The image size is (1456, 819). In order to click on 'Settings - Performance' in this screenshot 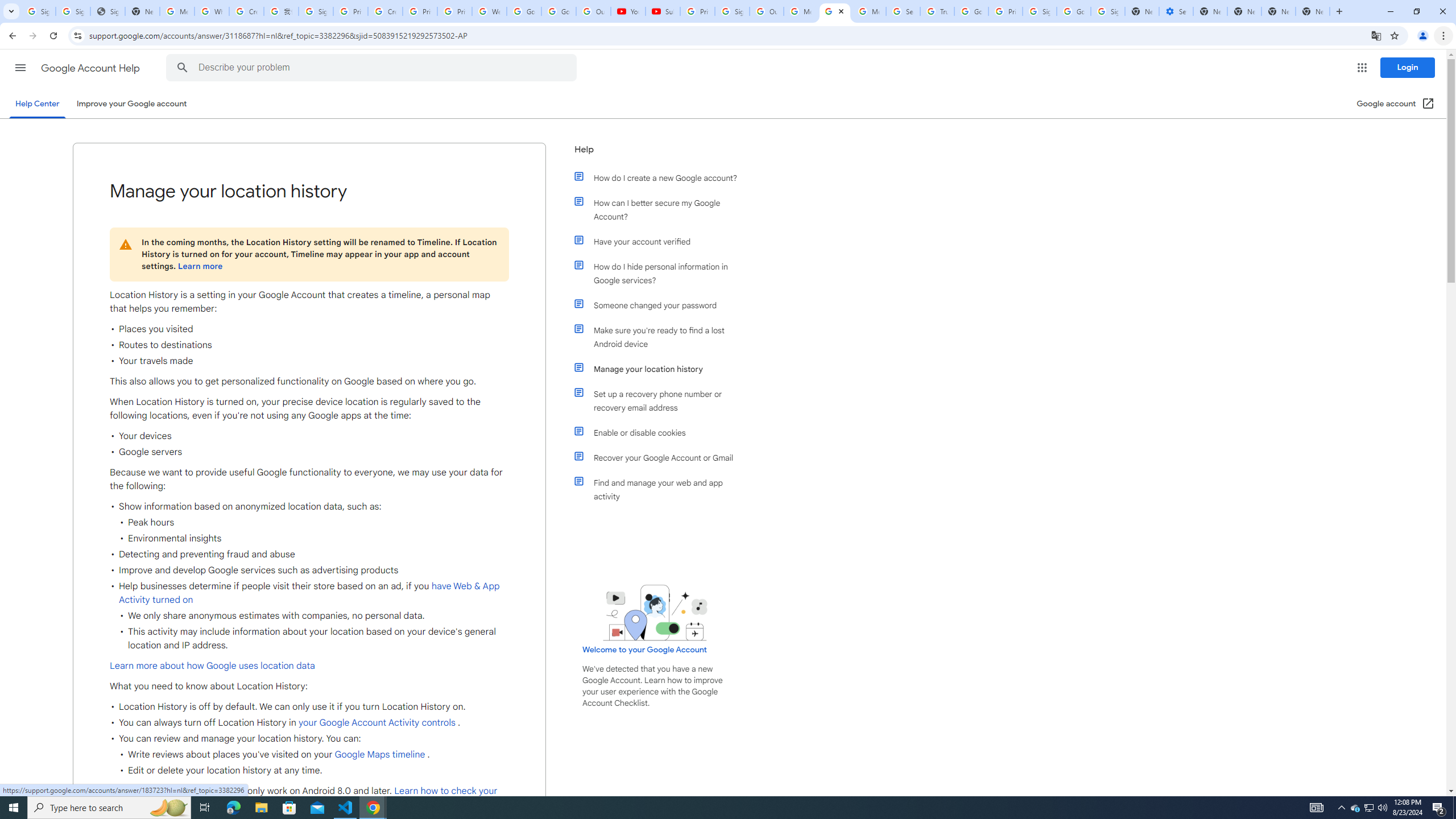, I will do `click(1176, 11)`.